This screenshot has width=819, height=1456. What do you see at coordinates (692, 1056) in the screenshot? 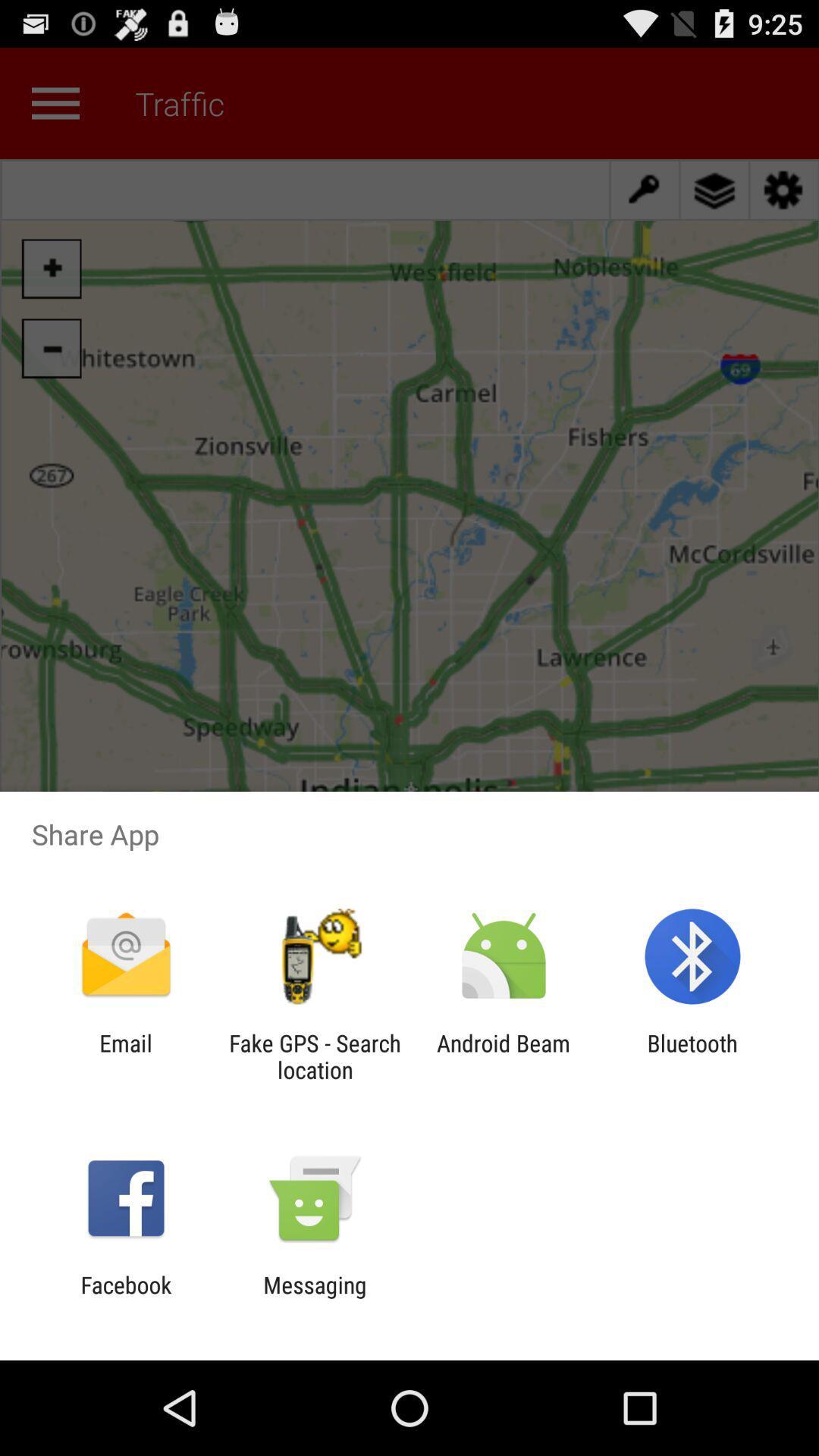
I see `the app to the right of the android beam item` at bounding box center [692, 1056].